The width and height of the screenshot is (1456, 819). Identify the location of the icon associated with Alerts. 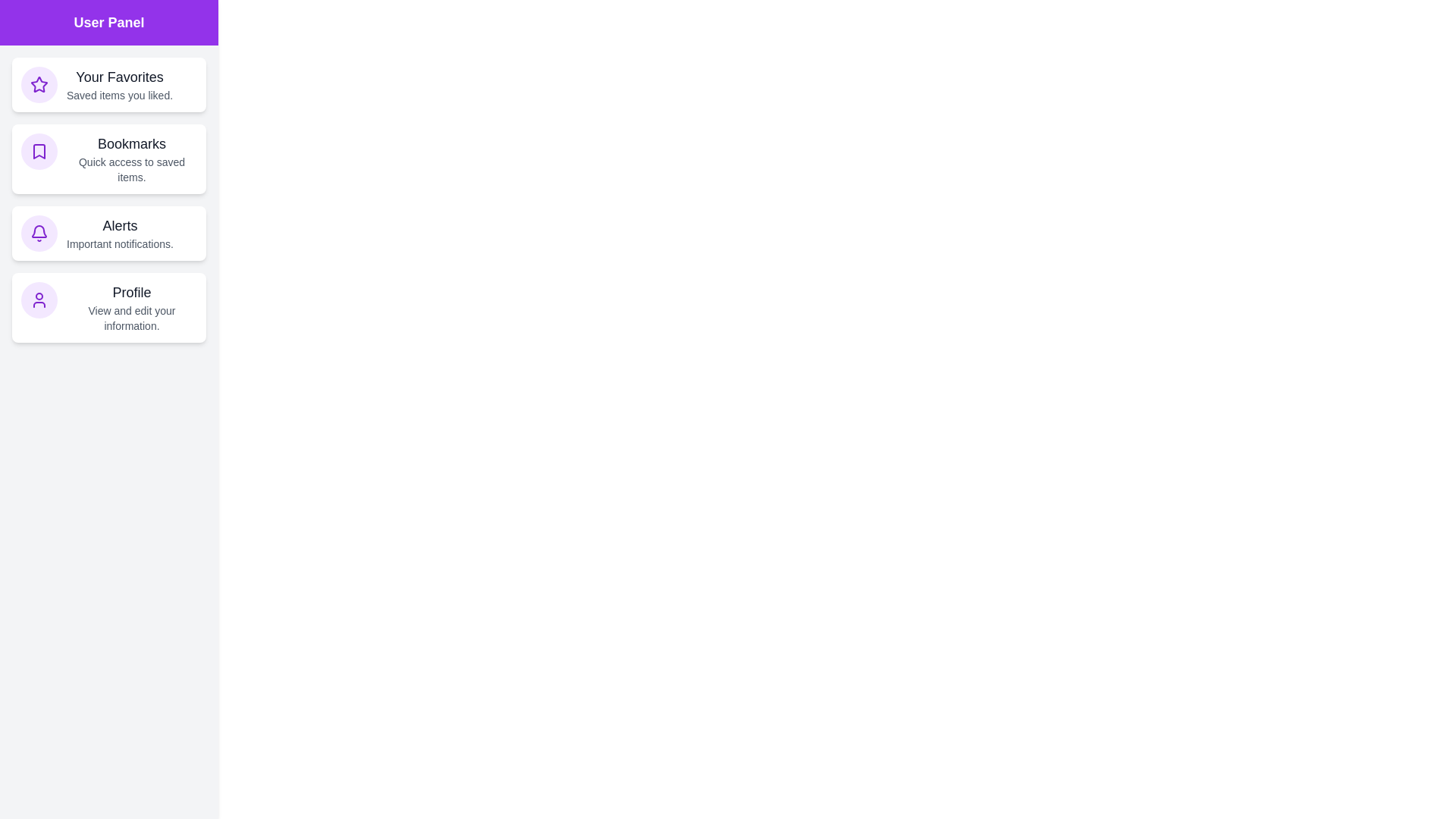
(39, 234).